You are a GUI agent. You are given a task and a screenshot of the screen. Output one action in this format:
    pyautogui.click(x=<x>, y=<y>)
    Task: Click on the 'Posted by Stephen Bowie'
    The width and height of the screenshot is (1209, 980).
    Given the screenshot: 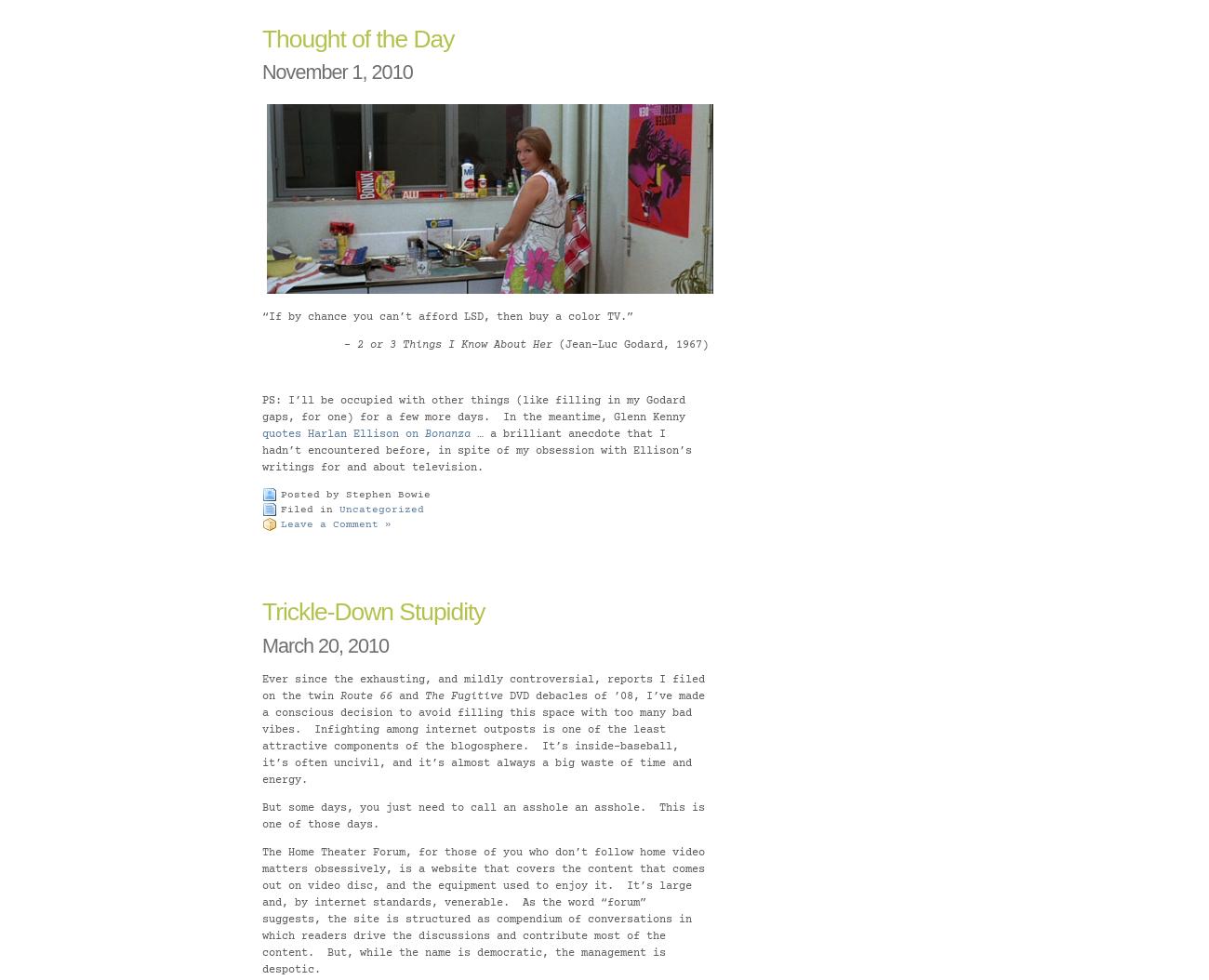 What is the action you would take?
    pyautogui.click(x=355, y=494)
    